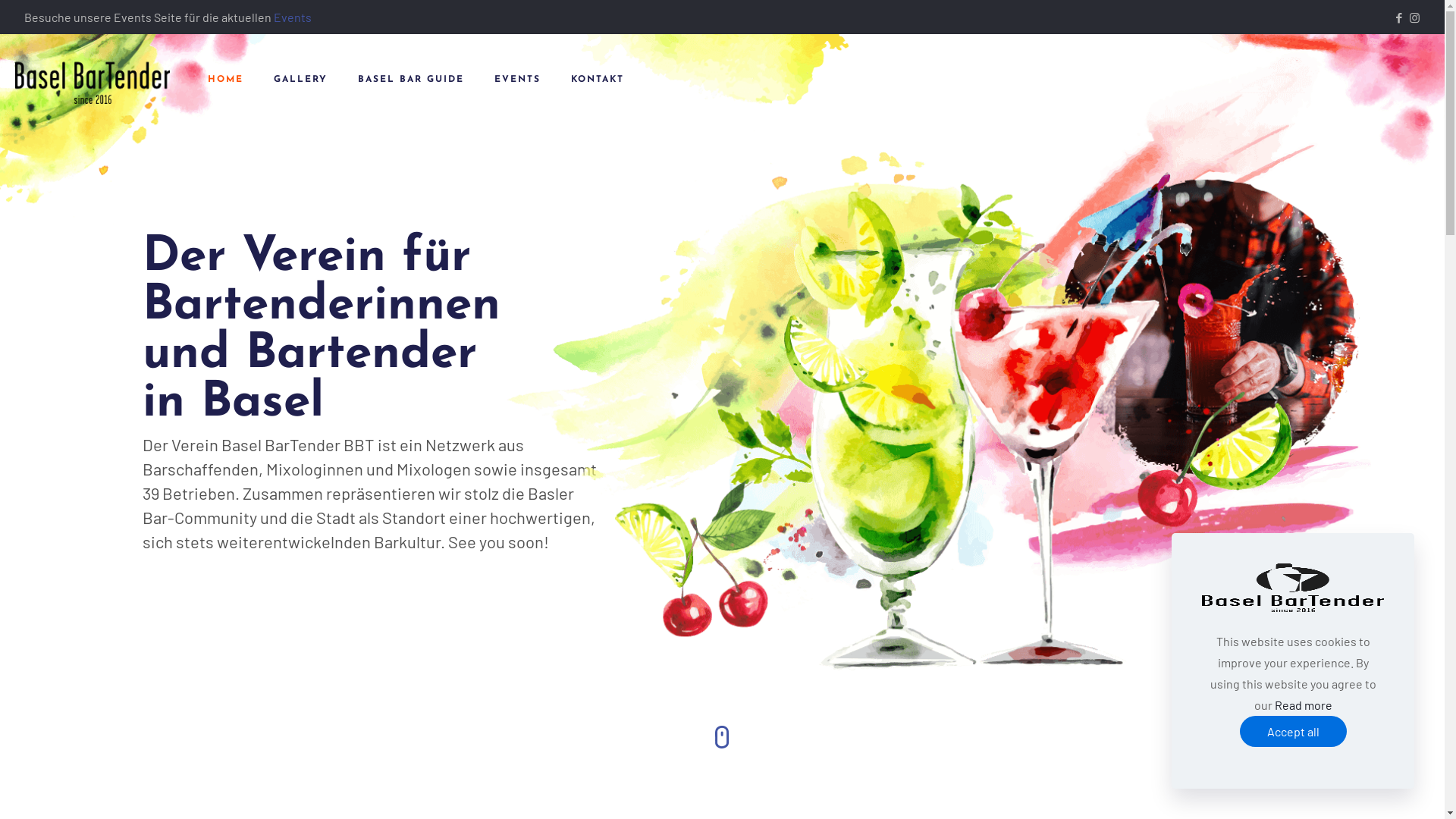 The image size is (1456, 819). What do you see at coordinates (1302, 704) in the screenshot?
I see `'Read more'` at bounding box center [1302, 704].